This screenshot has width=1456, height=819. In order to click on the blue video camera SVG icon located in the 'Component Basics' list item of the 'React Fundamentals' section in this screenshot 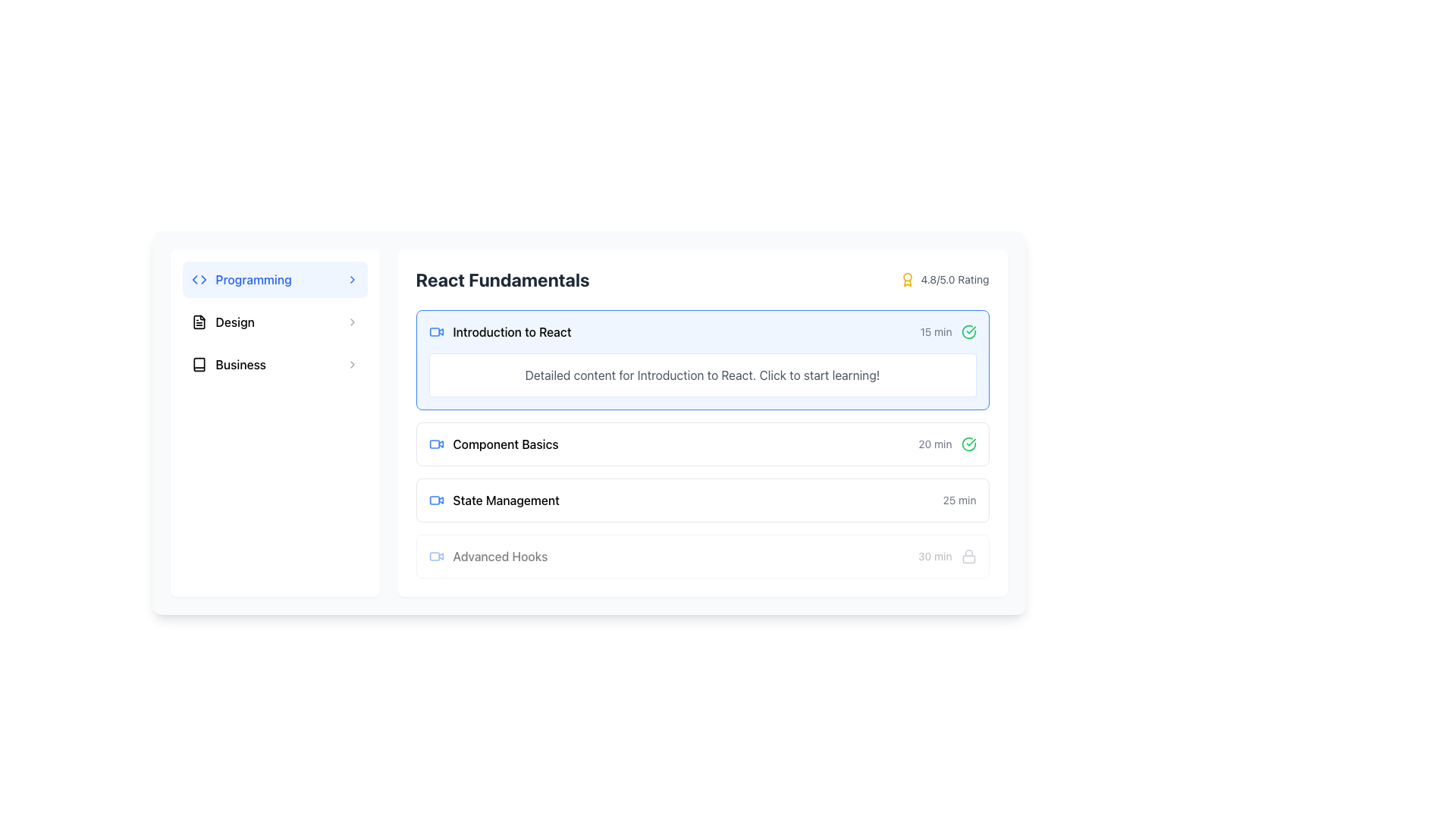, I will do `click(435, 444)`.